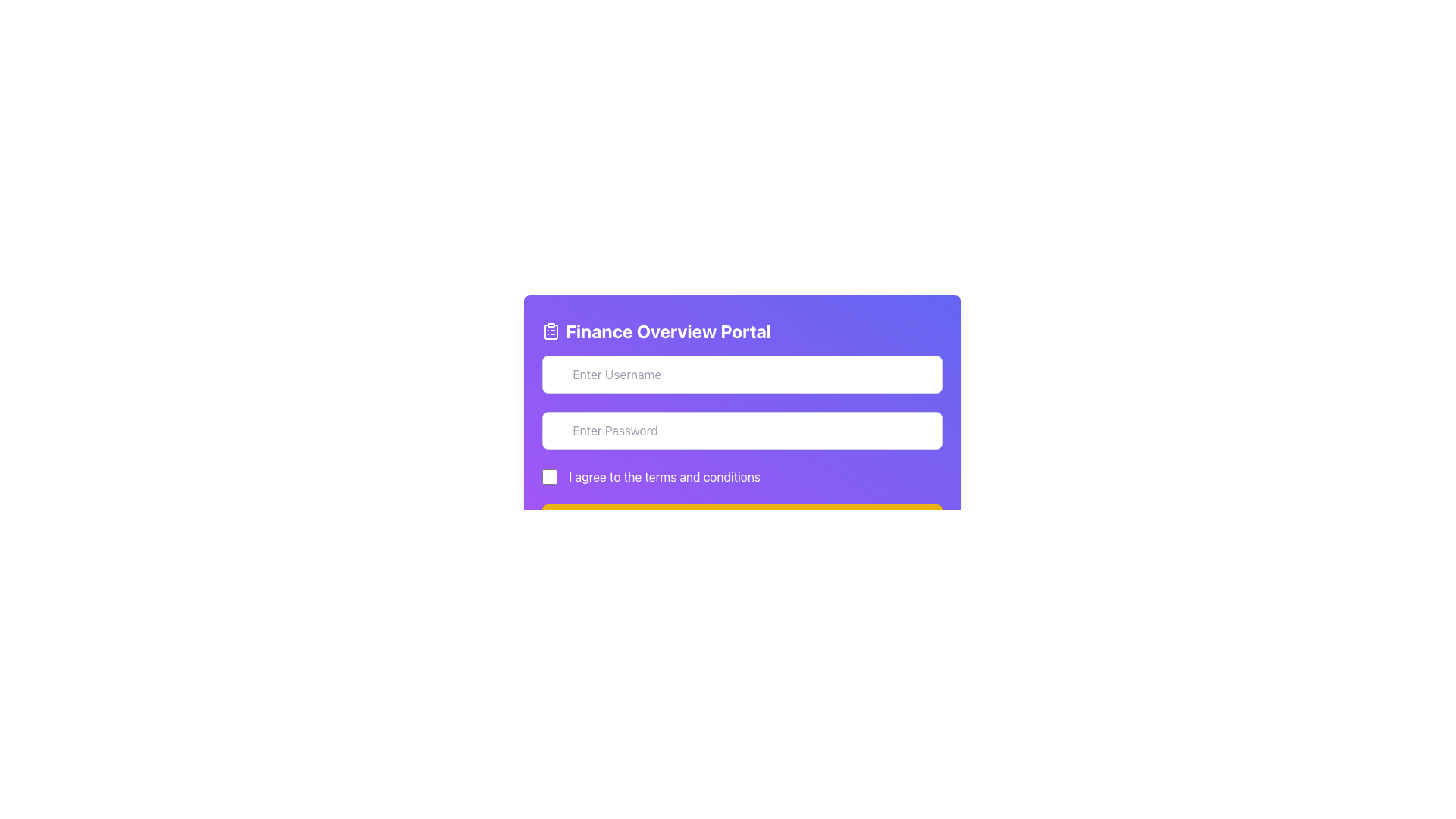  I want to click on text of the header element that identifies the 'Finance Overview Portal', which is the first visible content in the centered card and located above the user input fields, so click(742, 330).